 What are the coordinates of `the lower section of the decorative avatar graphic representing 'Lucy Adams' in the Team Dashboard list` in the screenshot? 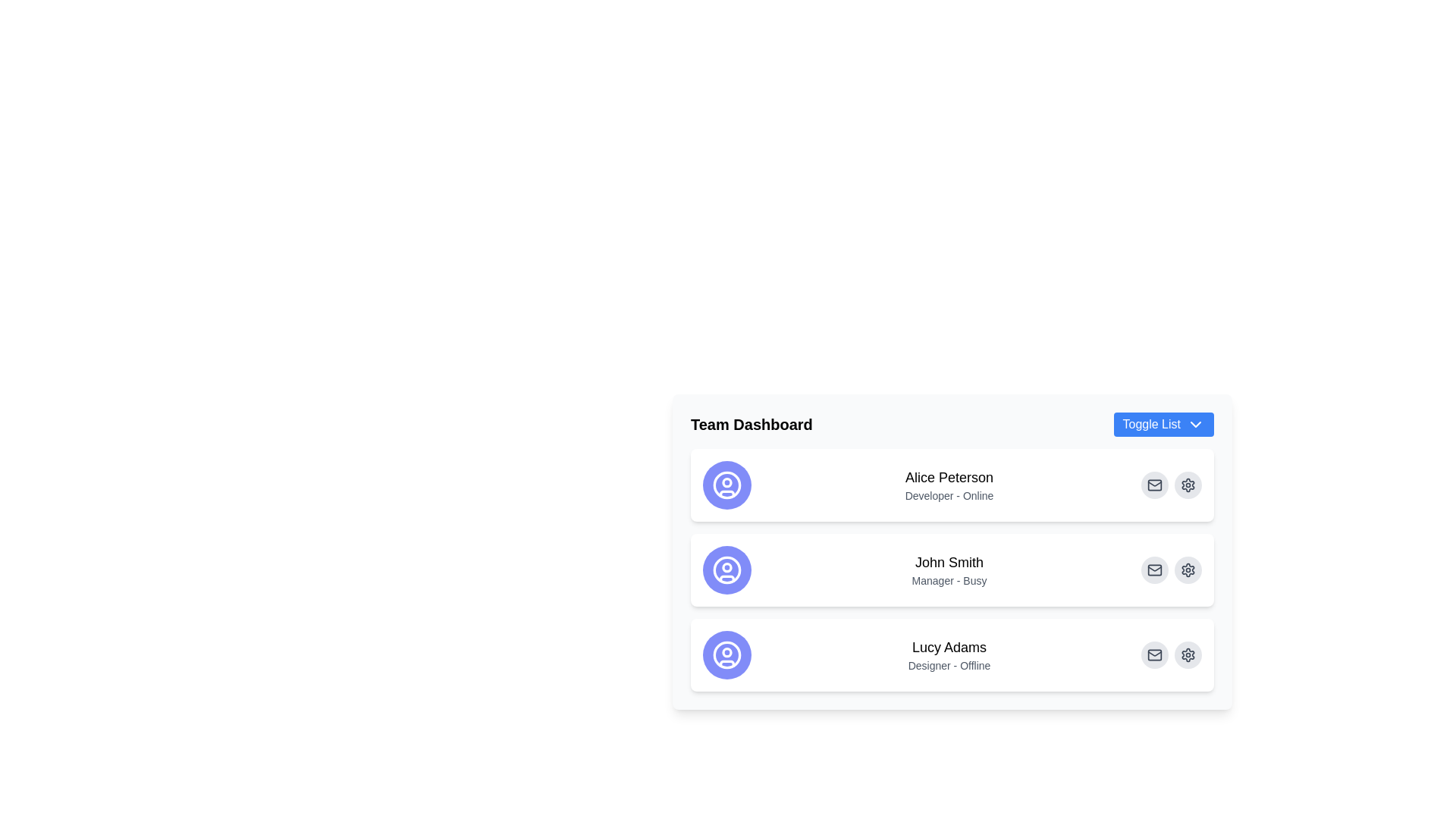 It's located at (726, 663).